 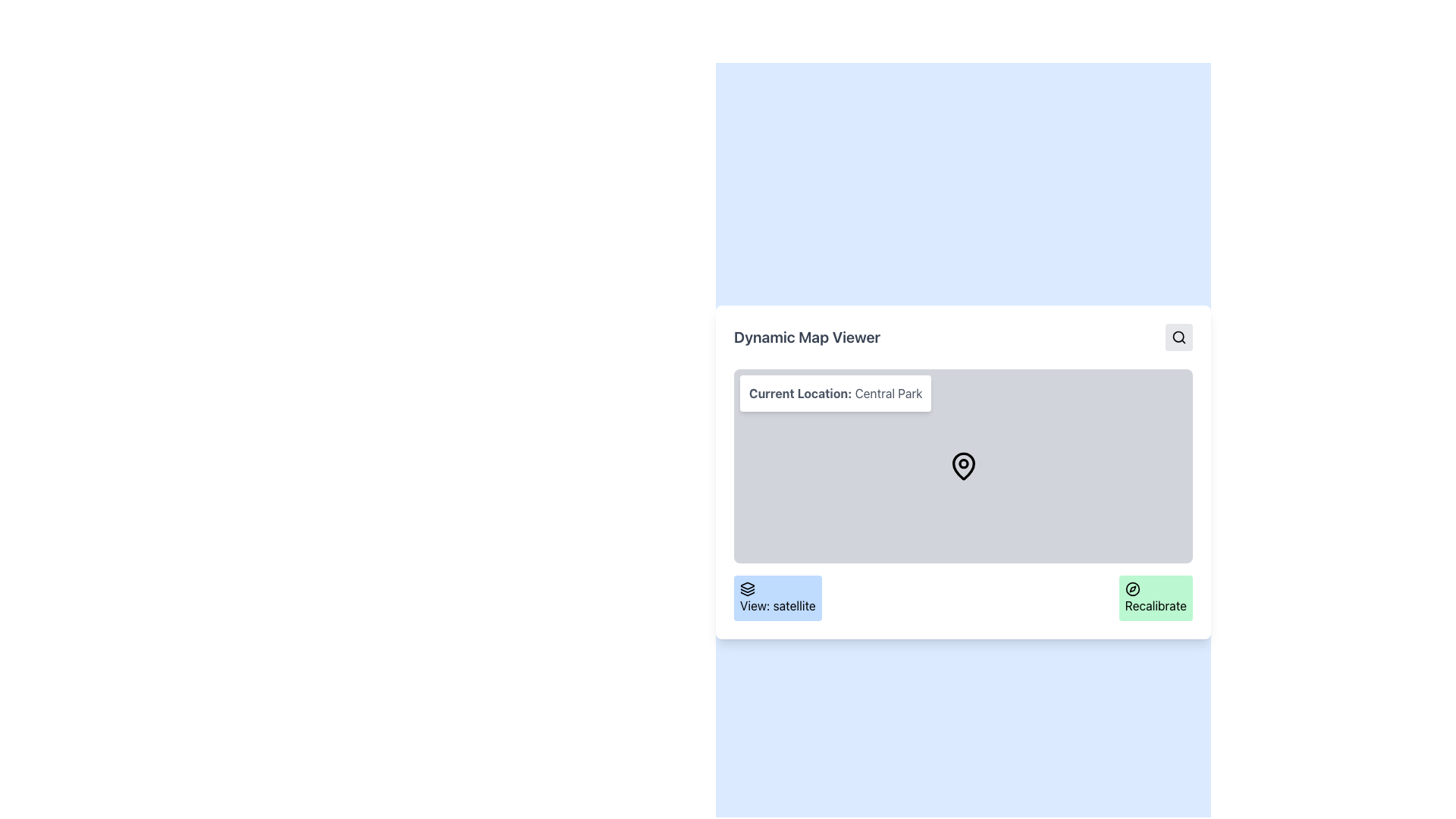 What do you see at coordinates (962, 465) in the screenshot?
I see `the pin icon symbolizing the location marker, which is centrally located within the map display area and below the label 'Current Location: Central Park.'` at bounding box center [962, 465].